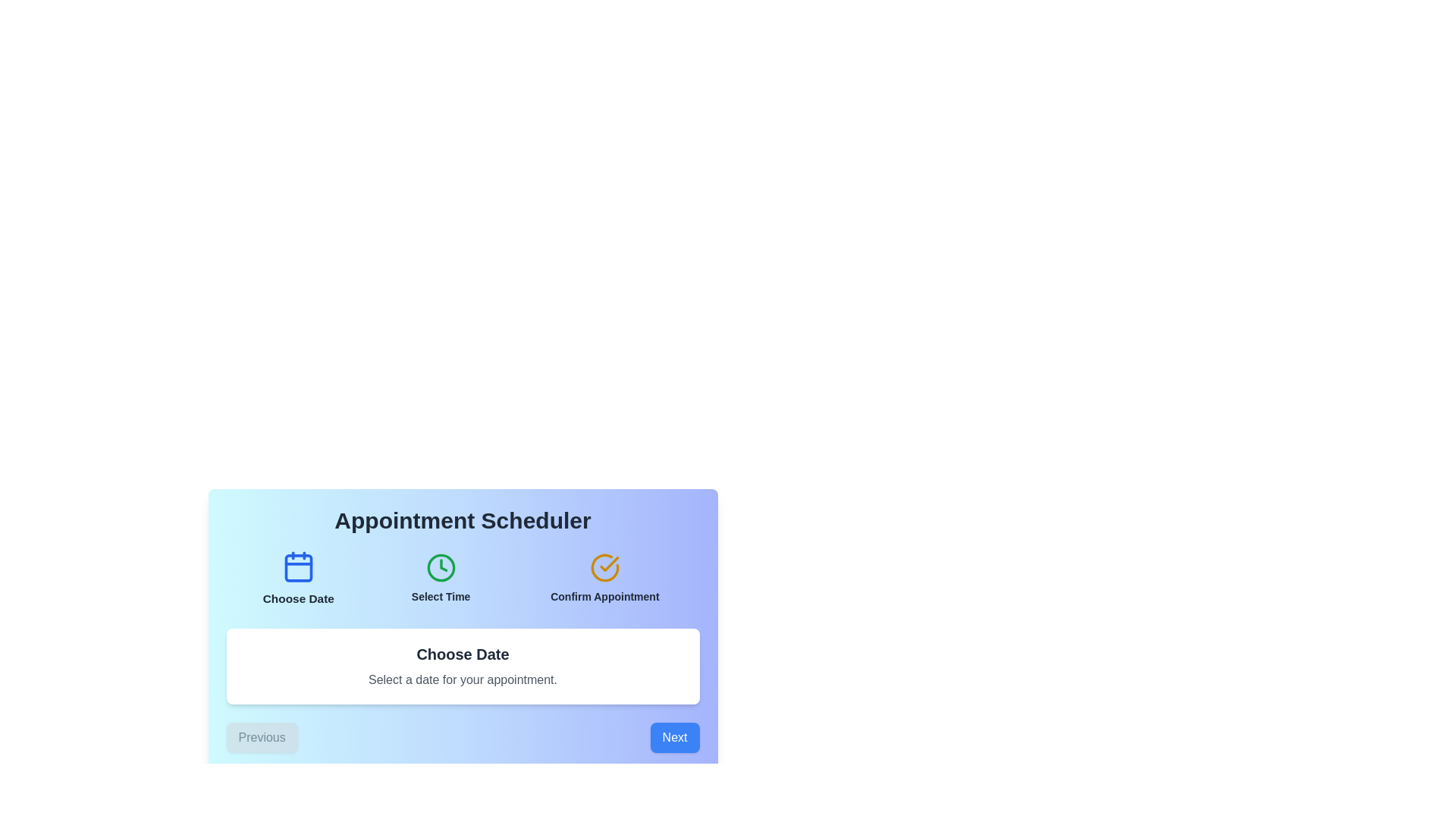  What do you see at coordinates (604, 579) in the screenshot?
I see `the step button corresponding to Confirm Appointment to display its description` at bounding box center [604, 579].